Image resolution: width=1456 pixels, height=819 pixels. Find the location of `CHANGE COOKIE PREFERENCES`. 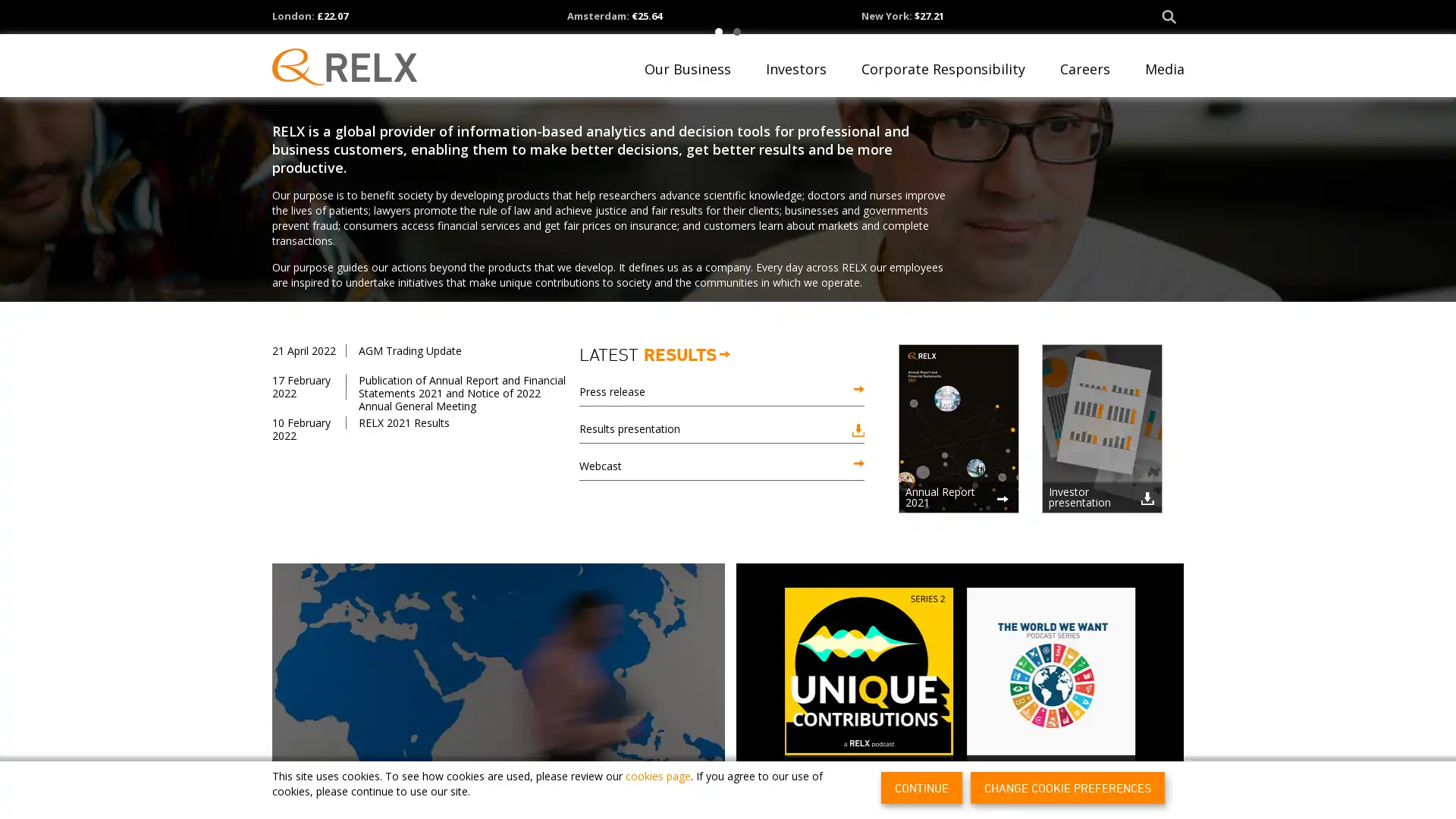

CHANGE COOKIE PREFERENCES is located at coordinates (1075, 786).